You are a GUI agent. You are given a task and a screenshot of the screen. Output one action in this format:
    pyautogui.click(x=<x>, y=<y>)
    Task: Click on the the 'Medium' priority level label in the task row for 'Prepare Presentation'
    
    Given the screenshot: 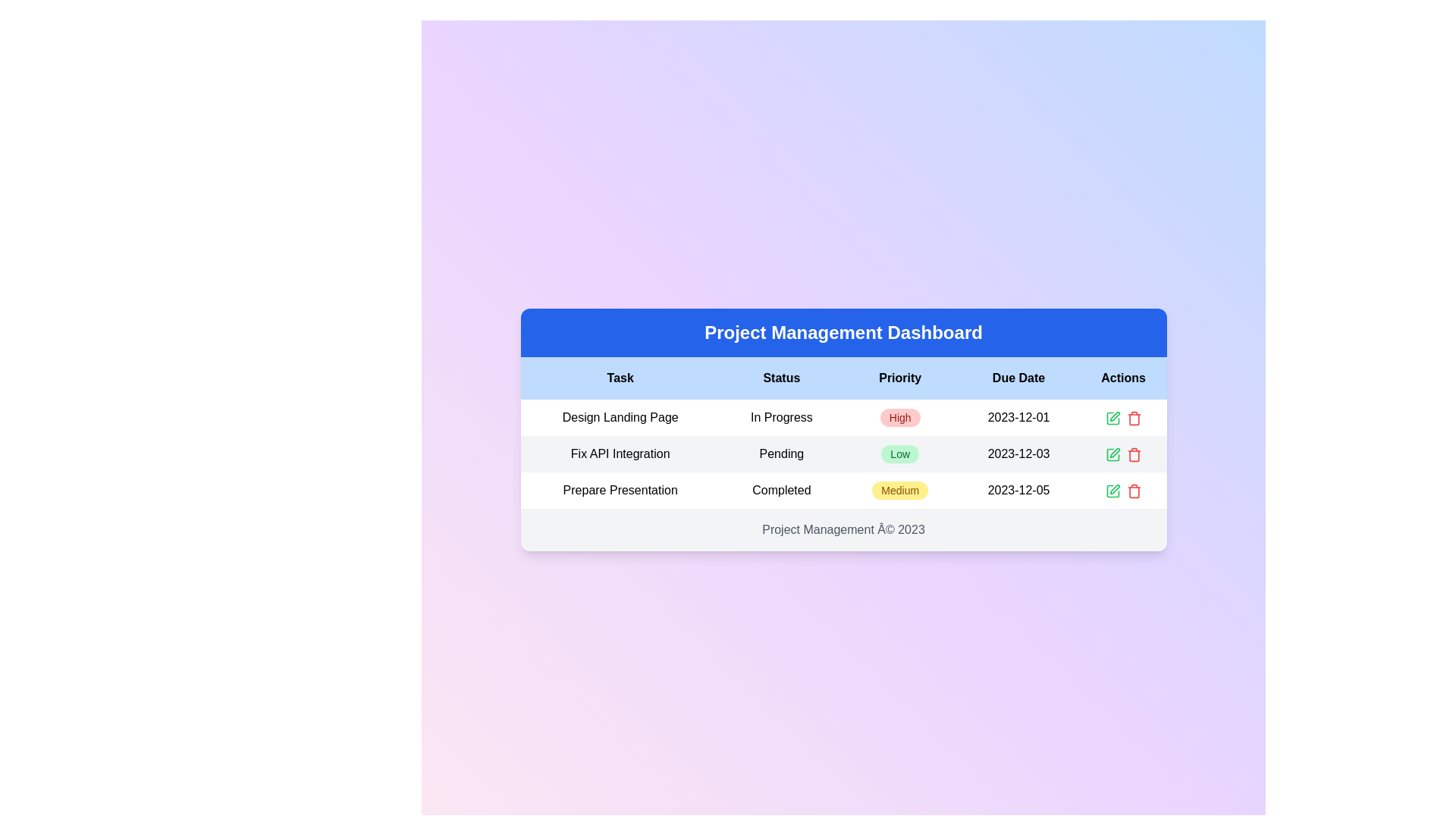 What is the action you would take?
    pyautogui.click(x=900, y=491)
    